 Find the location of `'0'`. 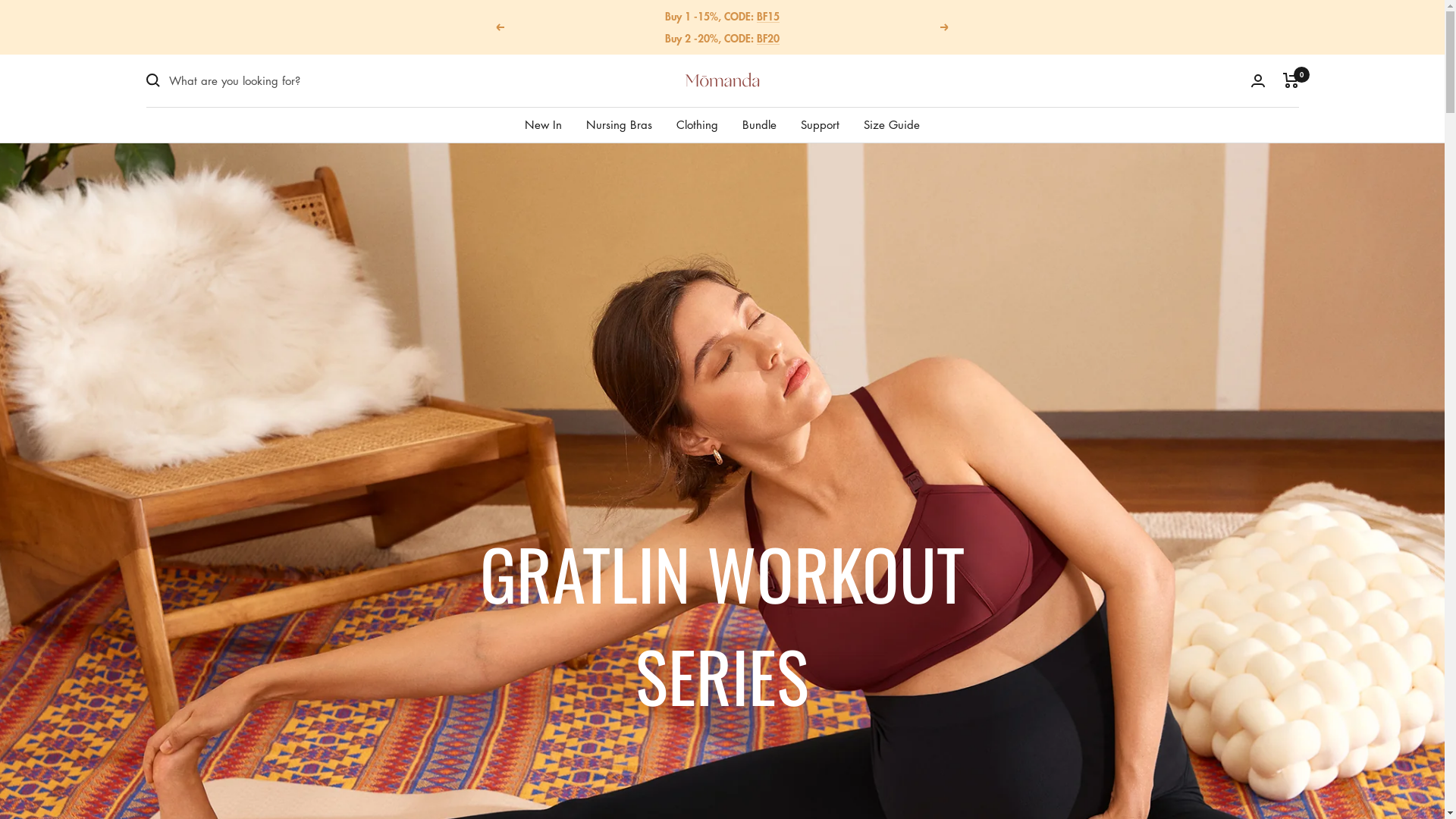

'0' is located at coordinates (1282, 79).